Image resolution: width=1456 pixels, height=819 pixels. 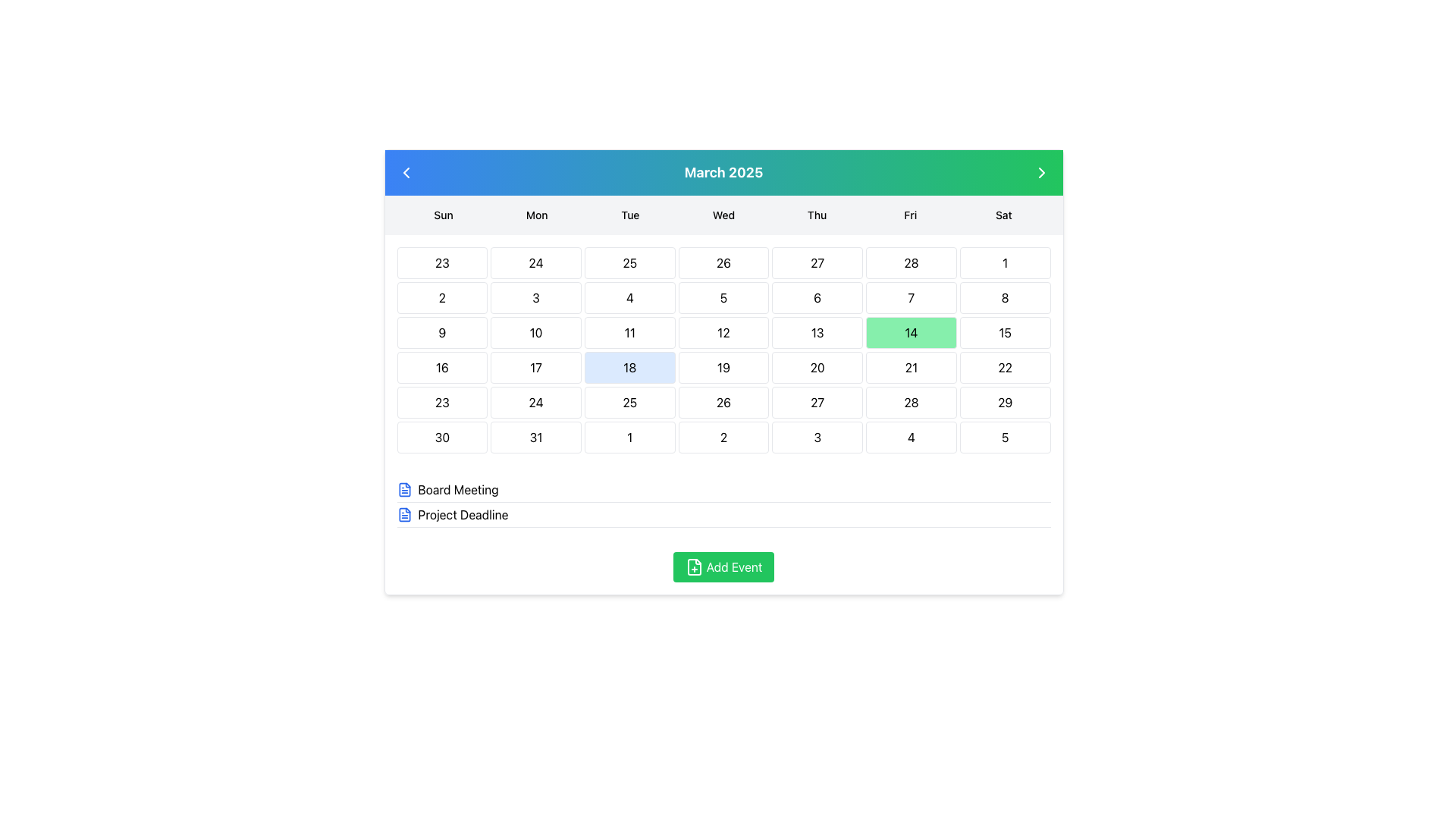 I want to click on the calendar cell representing the 28th of the month, located in the sixth column under the 'Fri' label, so click(x=910, y=262).